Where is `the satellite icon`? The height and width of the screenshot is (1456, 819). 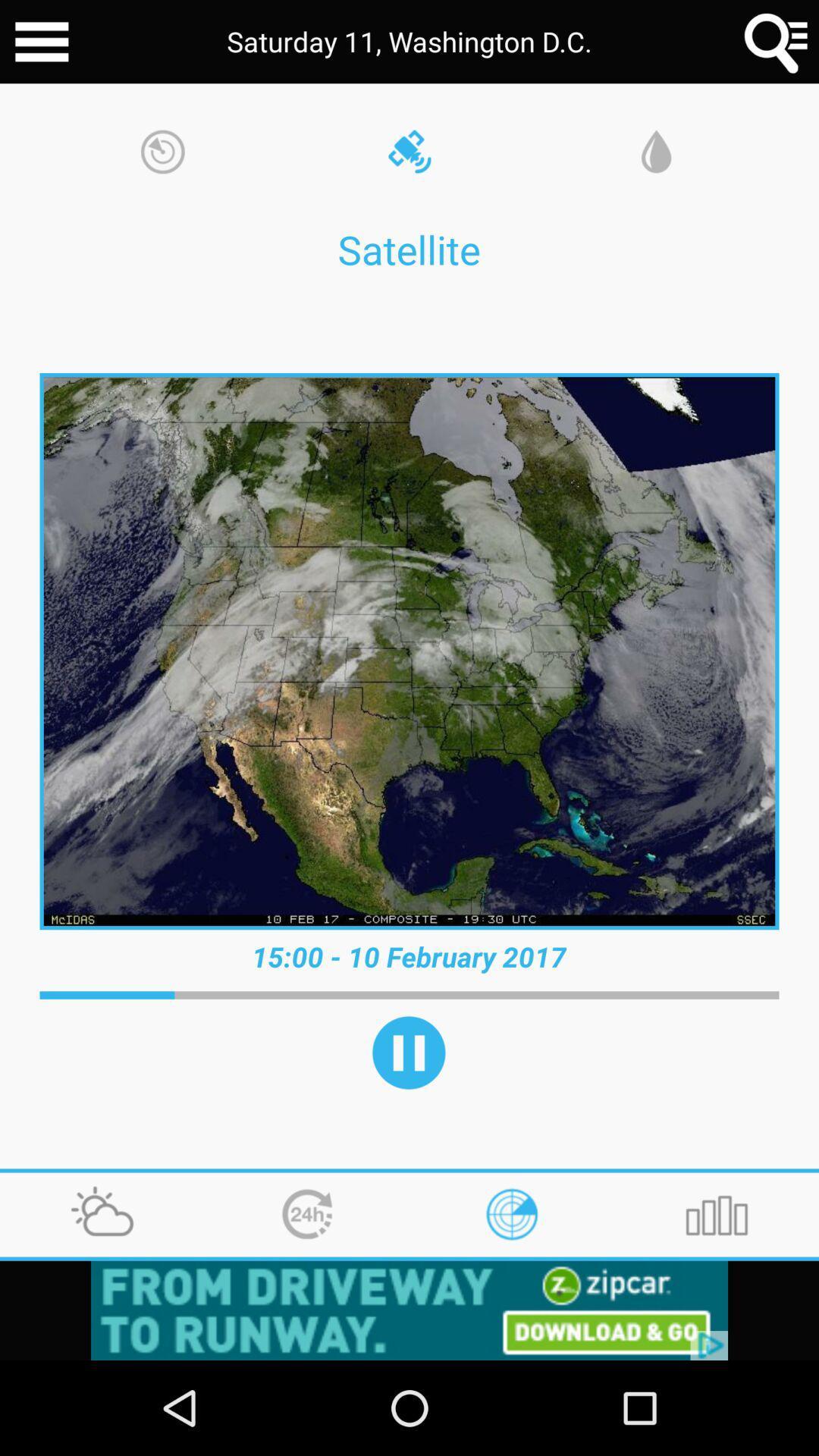 the satellite icon is located at coordinates (409, 153).